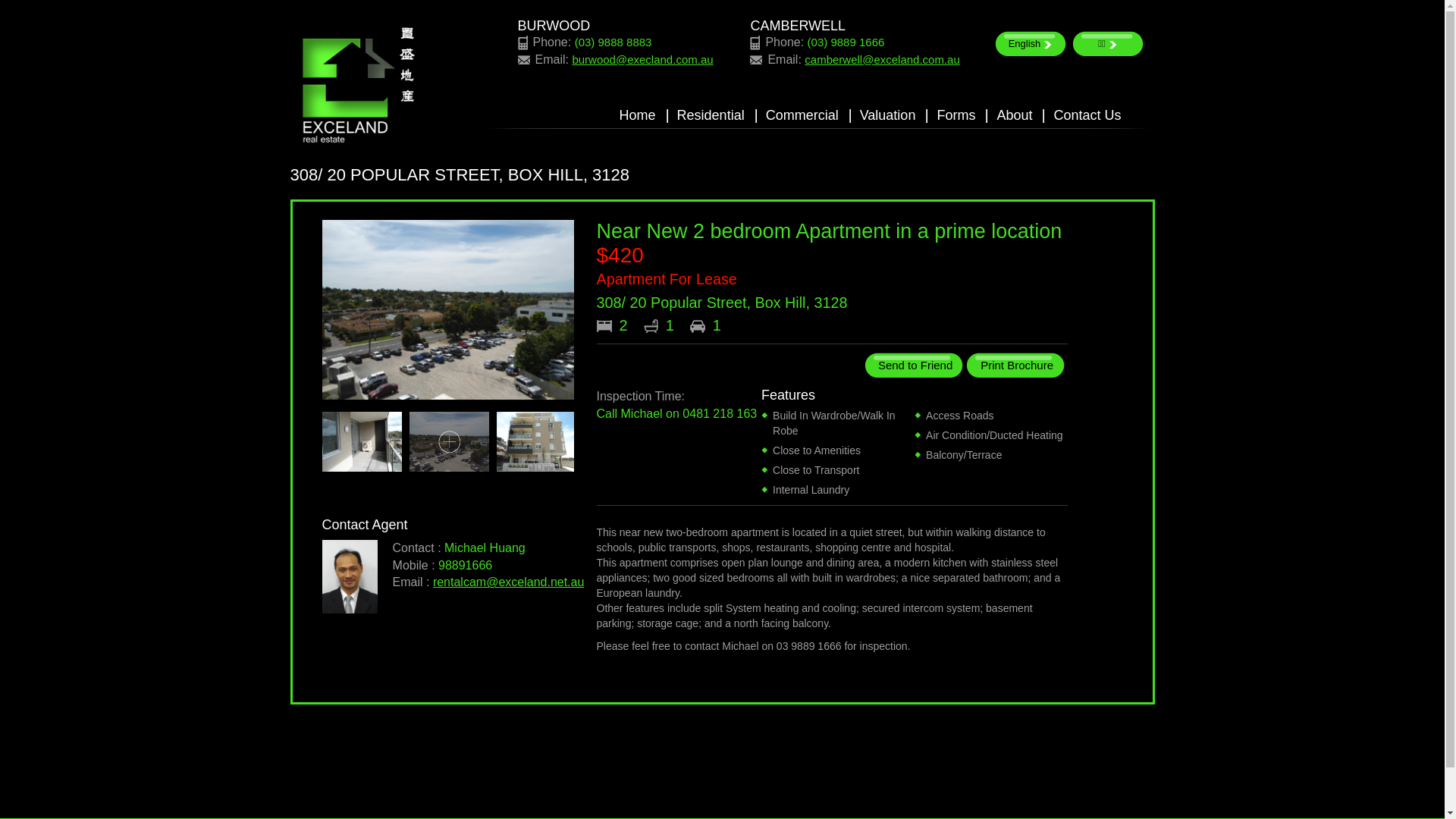 The height and width of the screenshot is (819, 1456). Describe the element at coordinates (508, 581) in the screenshot. I see `'rentalcam@exceland.net.au'` at that location.